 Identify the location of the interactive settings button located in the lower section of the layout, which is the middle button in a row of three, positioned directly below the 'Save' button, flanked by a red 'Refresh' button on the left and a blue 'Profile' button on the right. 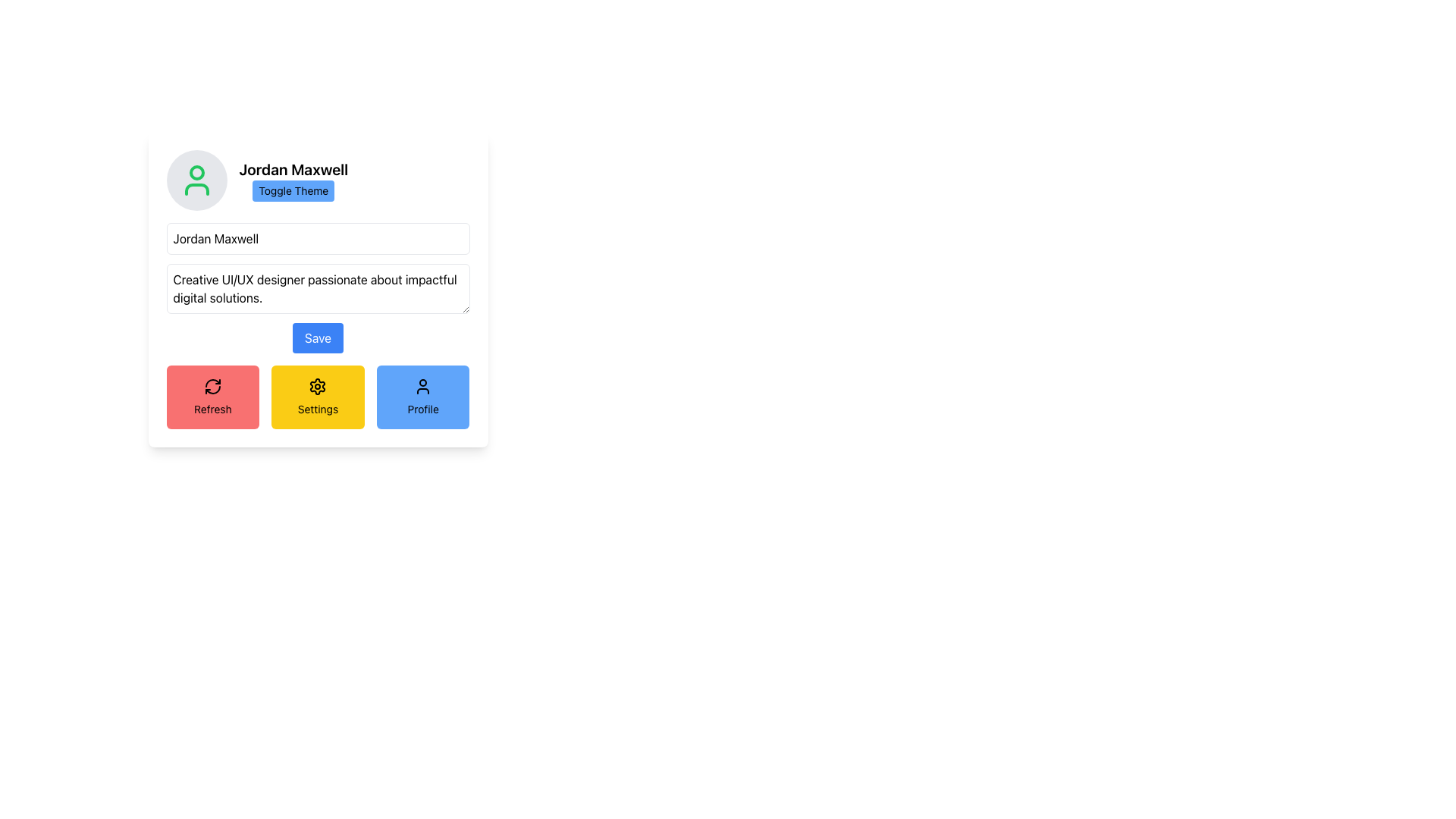
(317, 397).